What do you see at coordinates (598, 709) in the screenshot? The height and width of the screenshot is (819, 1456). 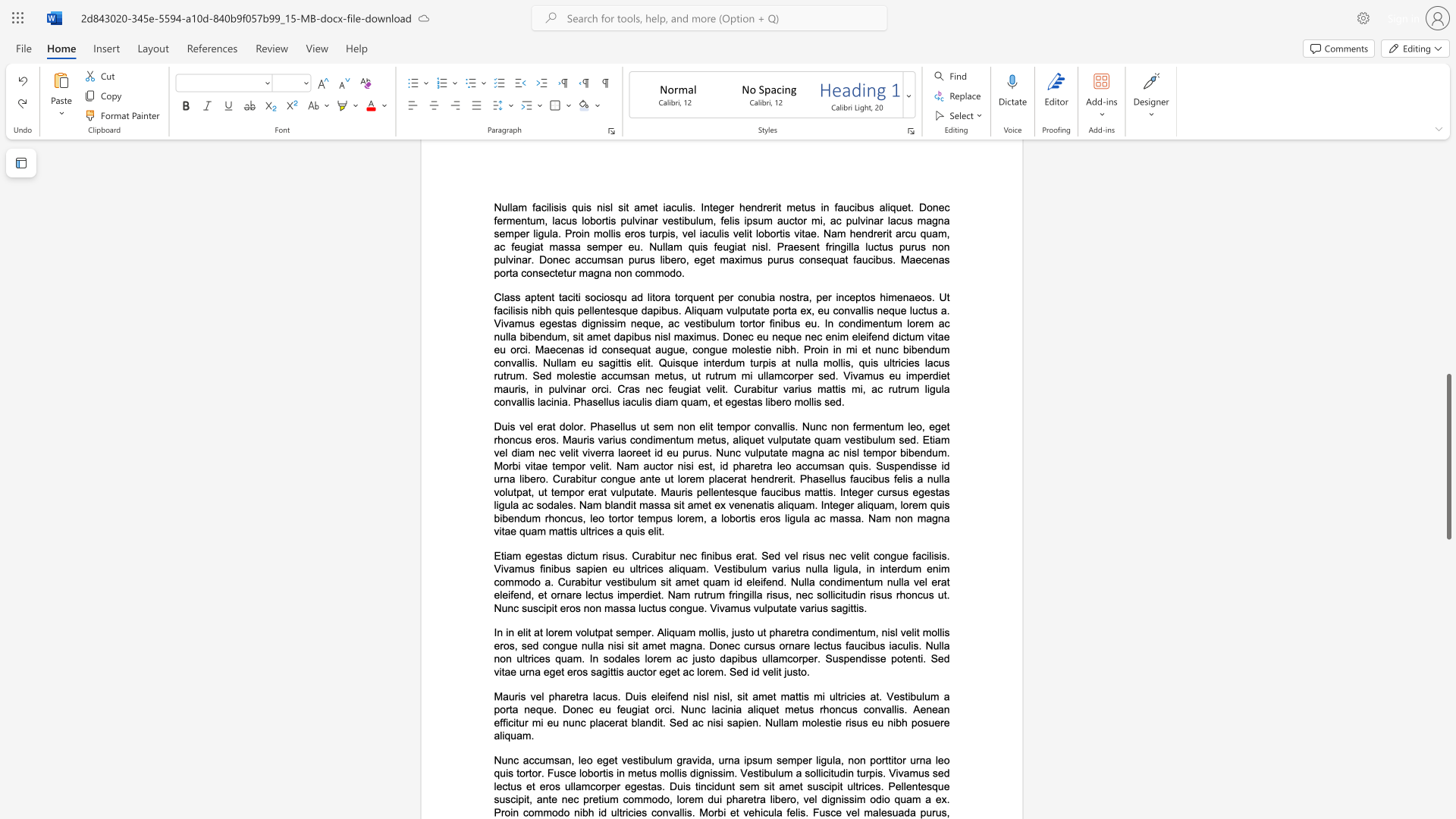 I see `the subset text "eu feugiat orci. Nunc lacinia aliquet metus rhoncus c" within the text "Mauris vel pharetra lacus. Duis eleifend nisl nisl, sit amet mattis mi ultricies at. Vestibulum a porta neque. Donec eu feugiat orci. Nunc lacinia aliquet metus rhoncus convallis. Aenean efficitur mi eu nunc placerat blandit. Sed ac nisi sapien. Nullam molestie risus eu nibh posuere aliquam."` at bounding box center [598, 709].